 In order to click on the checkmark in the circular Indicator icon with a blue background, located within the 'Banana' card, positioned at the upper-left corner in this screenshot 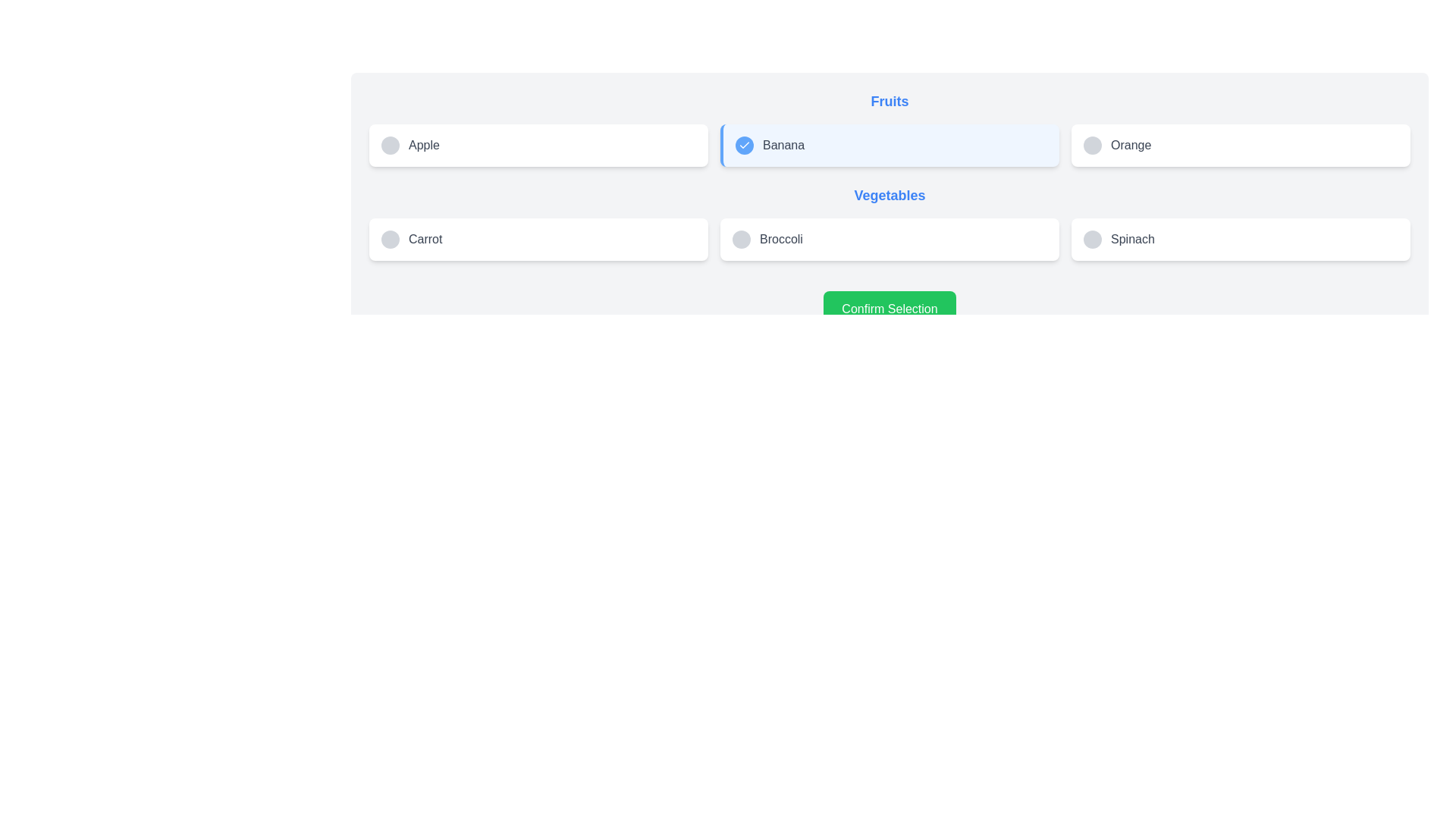, I will do `click(745, 146)`.